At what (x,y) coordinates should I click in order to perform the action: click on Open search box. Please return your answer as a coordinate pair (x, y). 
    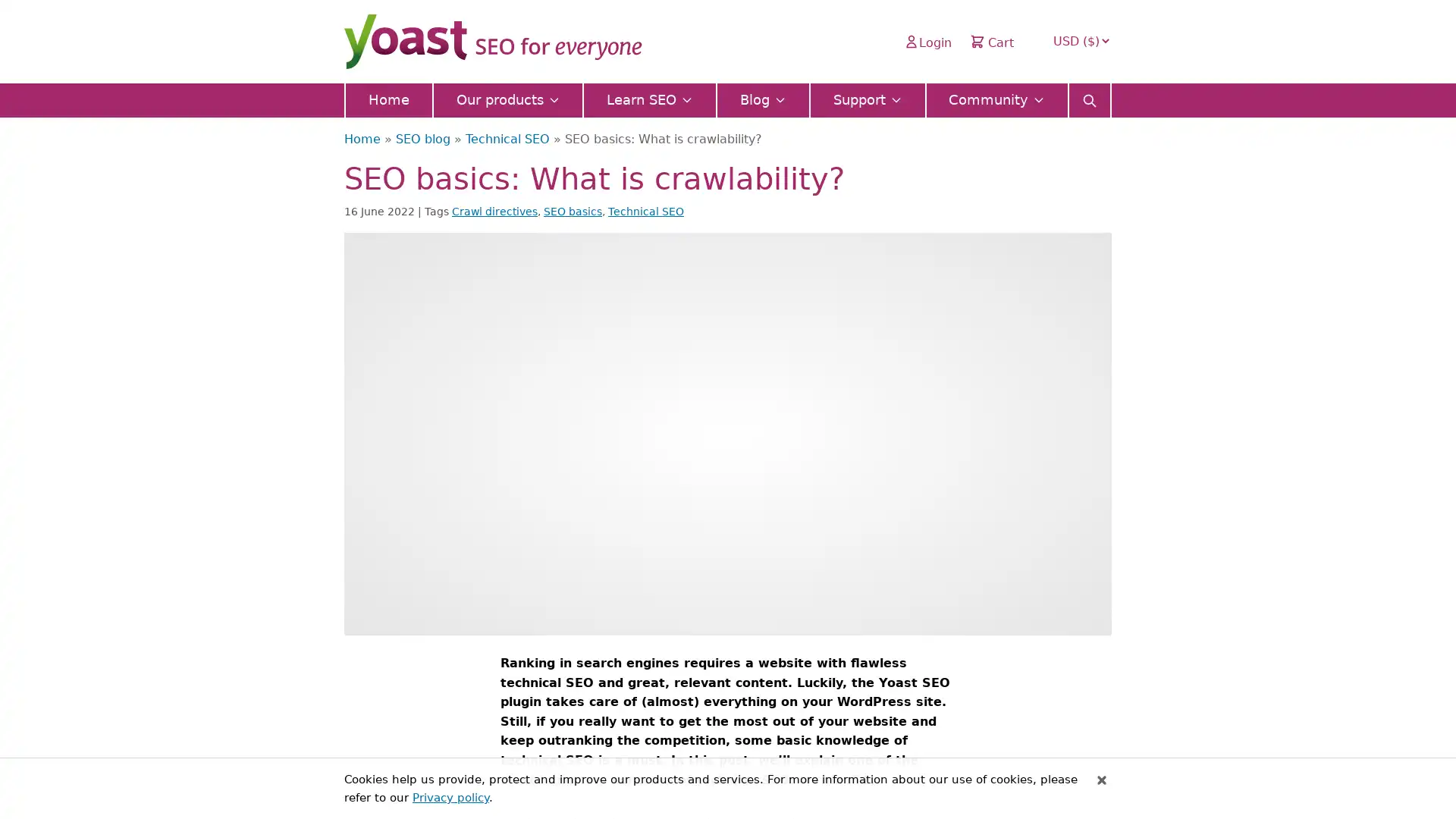
    Looking at the image, I should click on (1088, 96).